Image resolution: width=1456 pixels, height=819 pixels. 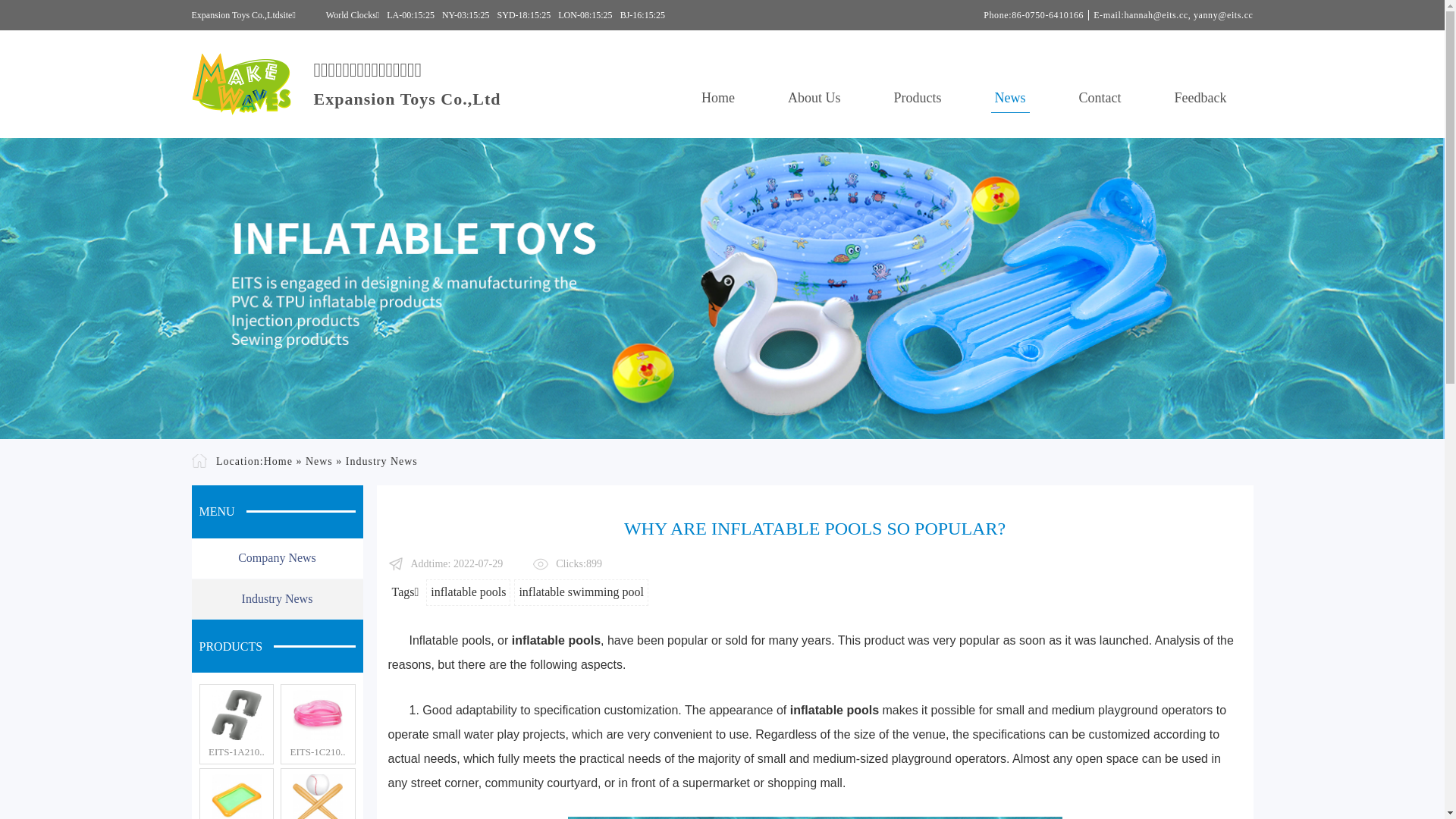 What do you see at coordinates (236, 714) in the screenshot?
I see `'EITS-1A21019'` at bounding box center [236, 714].